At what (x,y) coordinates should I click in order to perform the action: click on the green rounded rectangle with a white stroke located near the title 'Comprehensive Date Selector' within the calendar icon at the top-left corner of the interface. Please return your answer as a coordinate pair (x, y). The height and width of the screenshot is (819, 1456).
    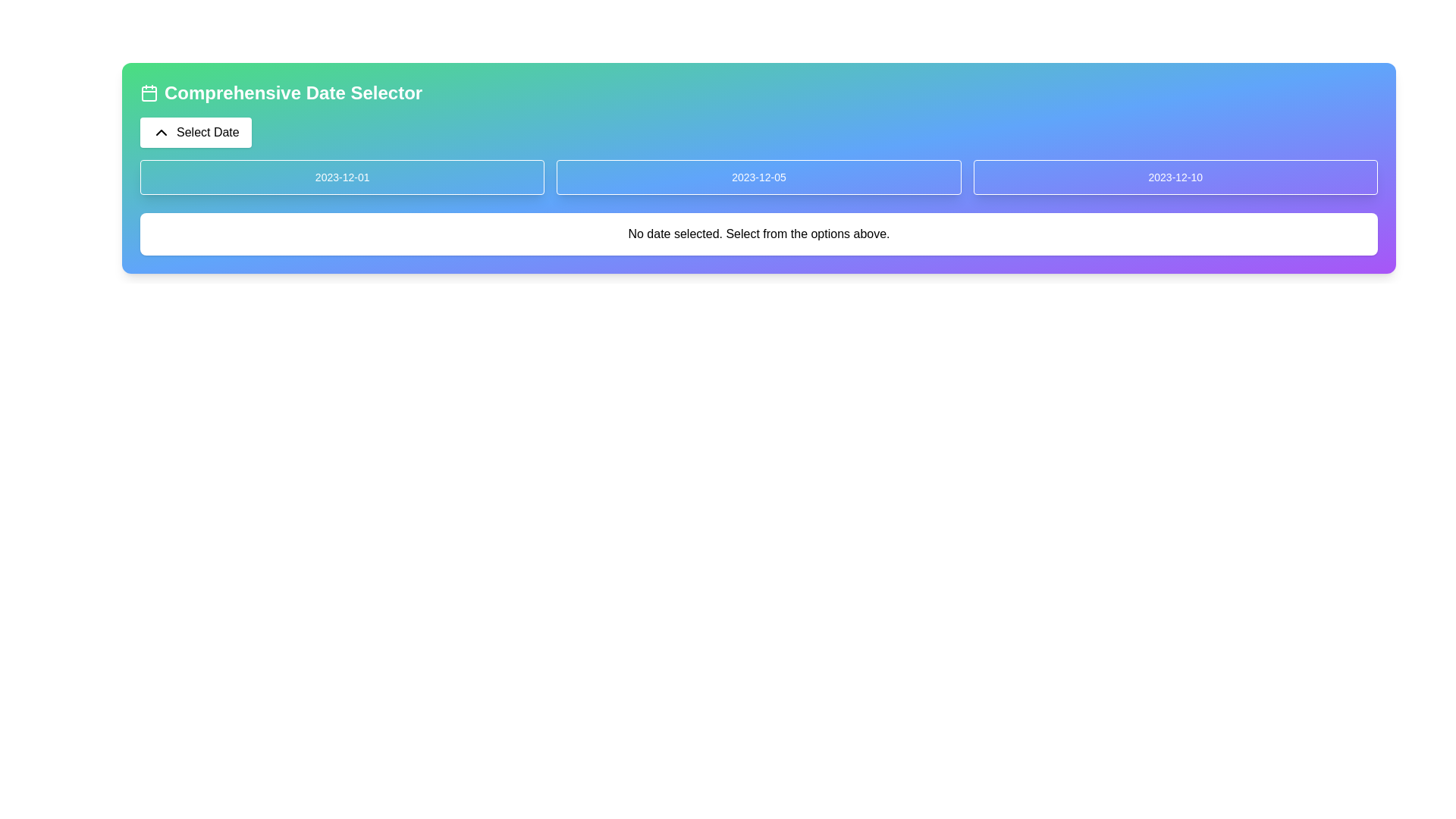
    Looking at the image, I should click on (149, 93).